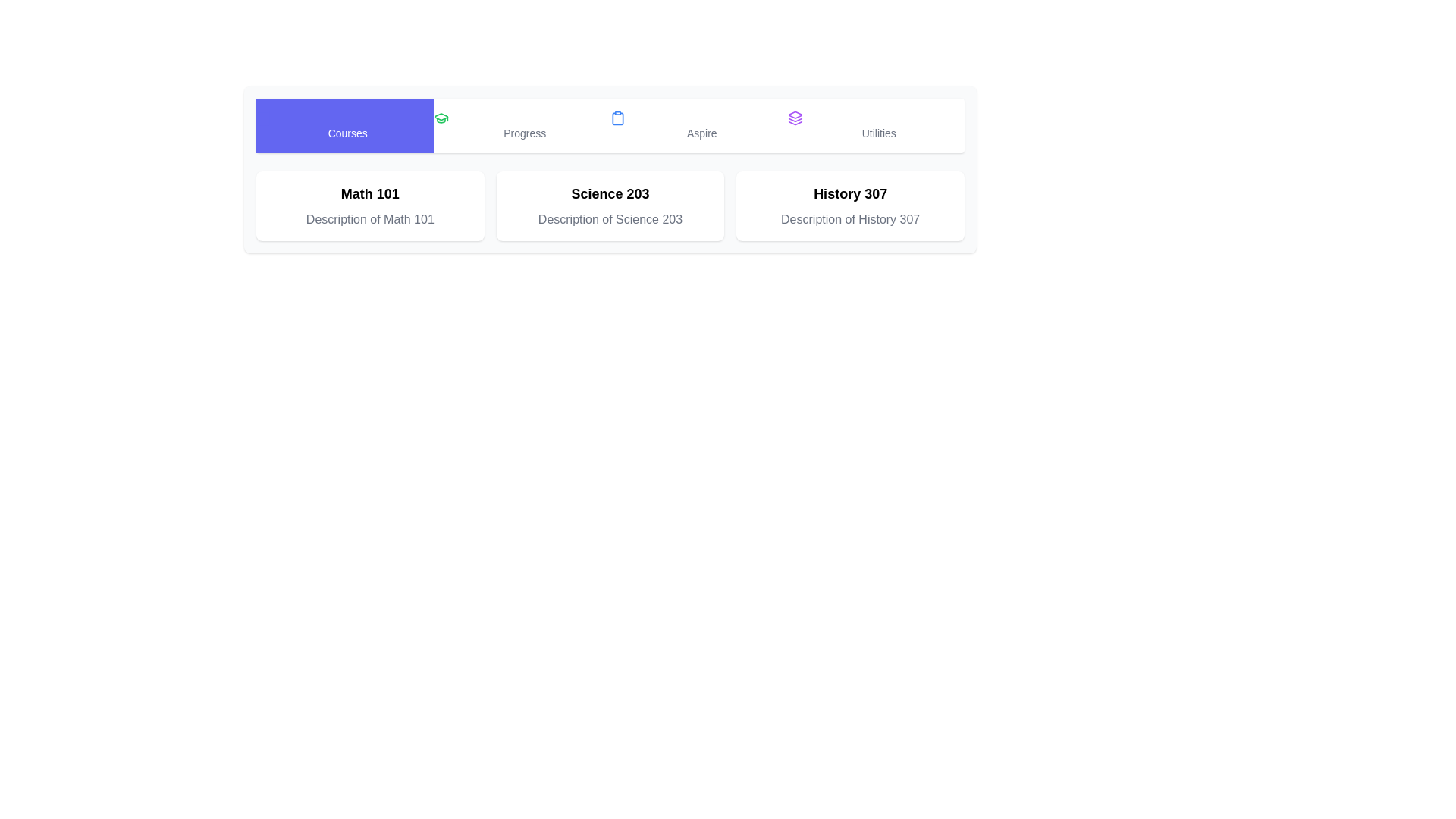 Image resolution: width=1456 pixels, height=819 pixels. I want to click on the Informational card titled 'History 307' which is the third card in a grid layout, located on the far-right with centered text and a white background, so click(850, 206).